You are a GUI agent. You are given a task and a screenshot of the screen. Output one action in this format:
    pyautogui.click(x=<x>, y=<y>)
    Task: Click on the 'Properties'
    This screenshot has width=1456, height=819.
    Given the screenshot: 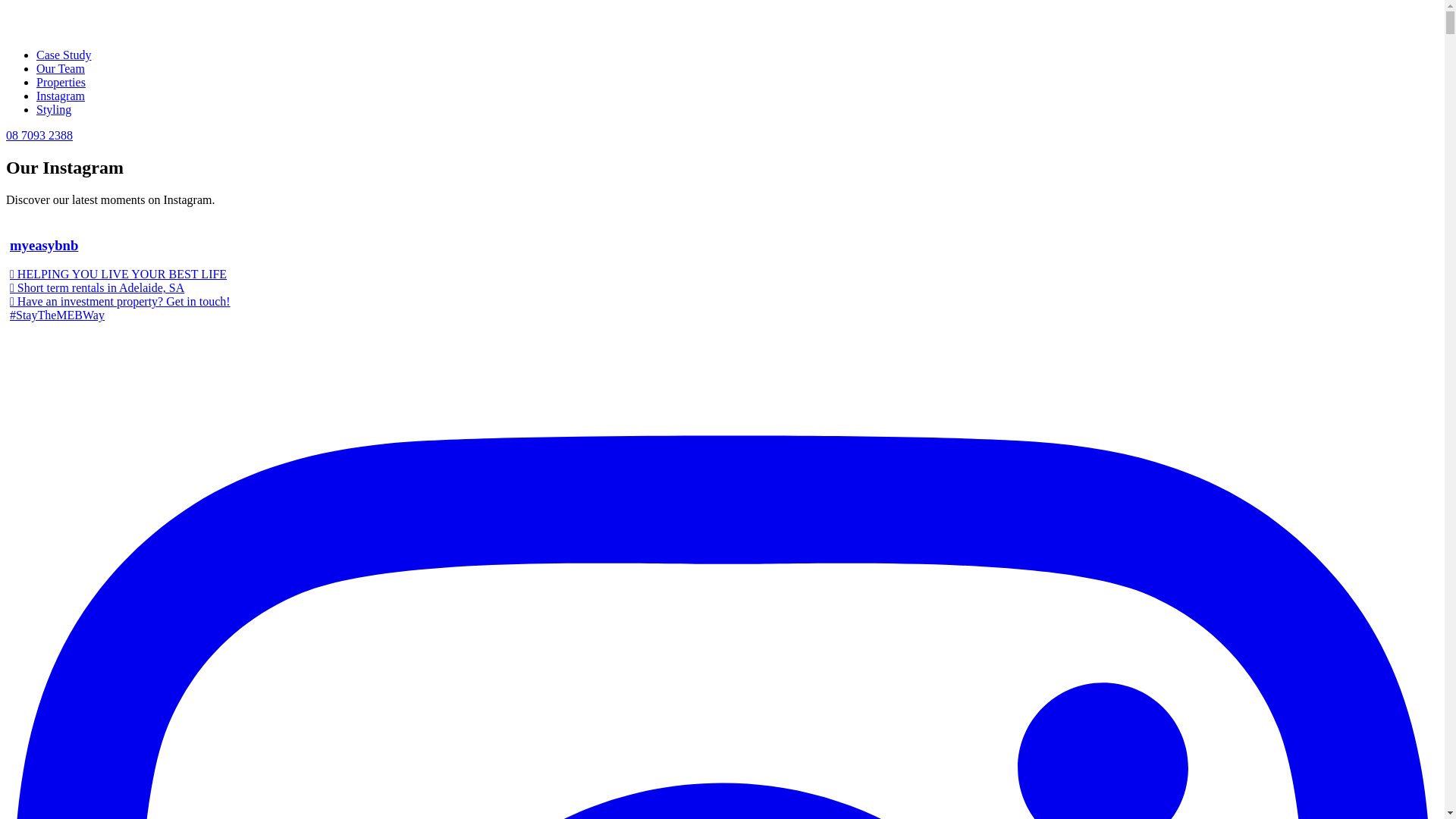 What is the action you would take?
    pyautogui.click(x=61, y=82)
    